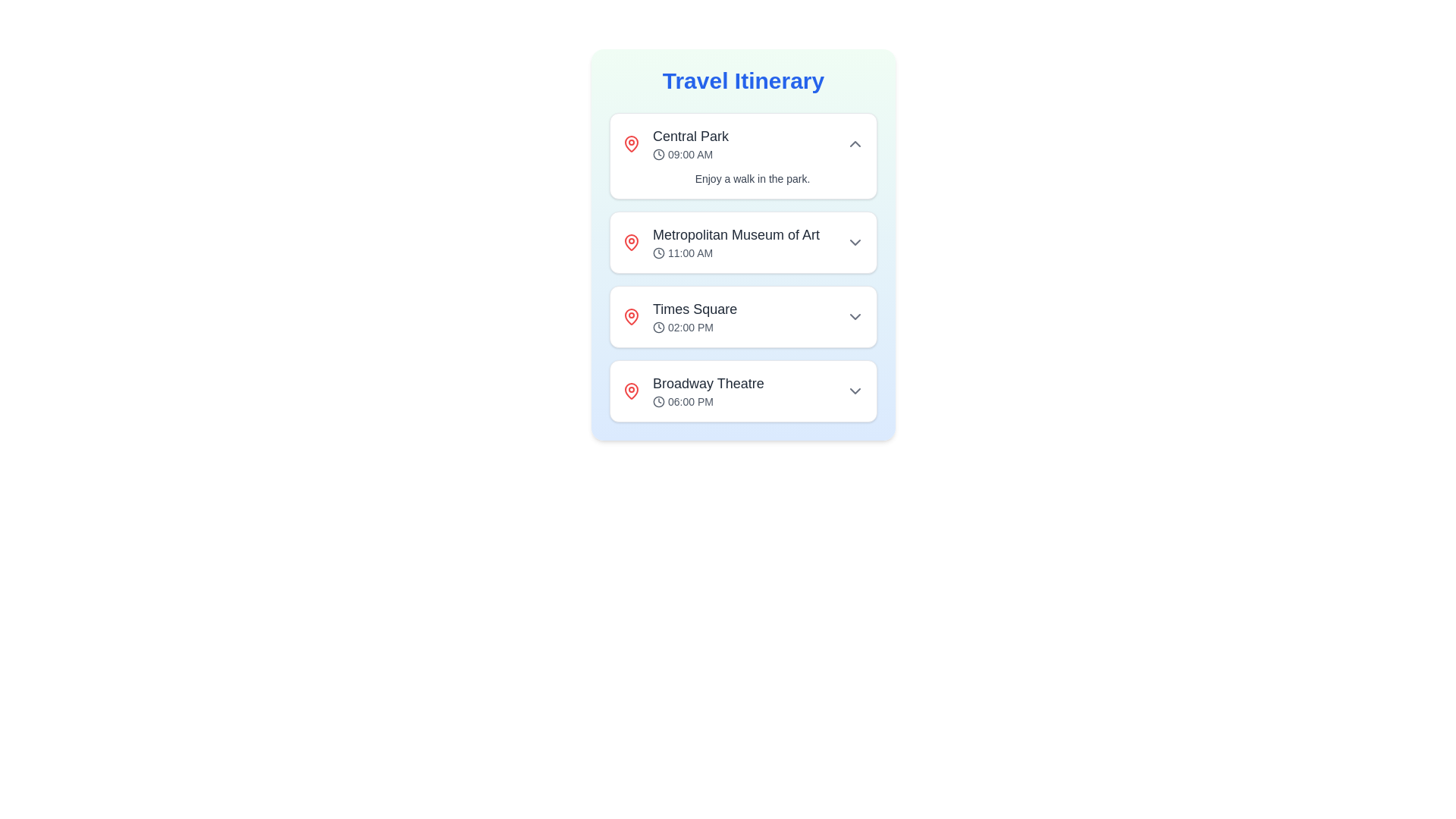 This screenshot has height=819, width=1456. Describe the element at coordinates (855, 315) in the screenshot. I see `the Toggle Icon for the 'Times Square' itinerary entry` at that location.